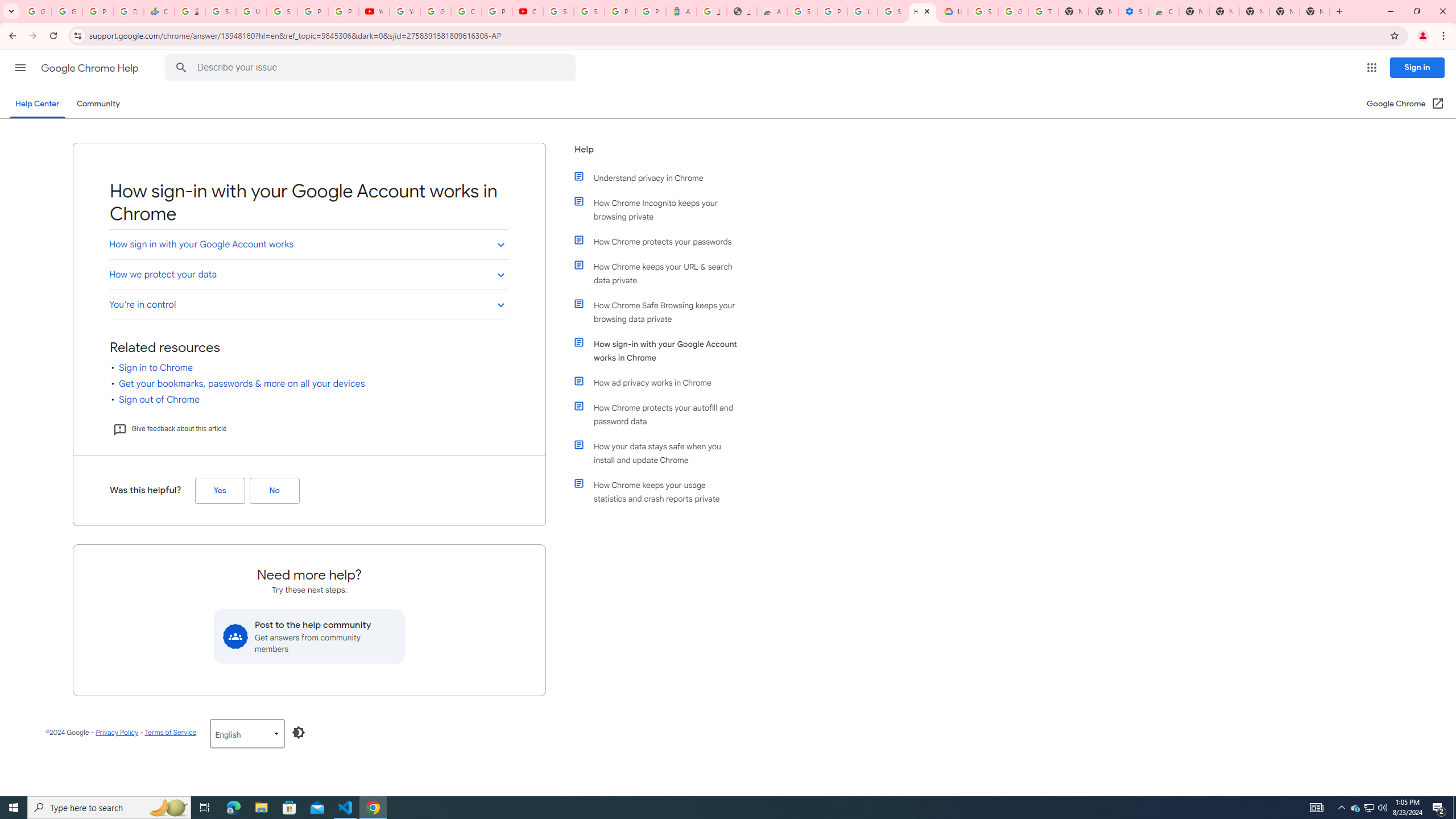 The height and width of the screenshot is (819, 1456). I want to click on 'No (Was this helpful?)', so click(274, 490).